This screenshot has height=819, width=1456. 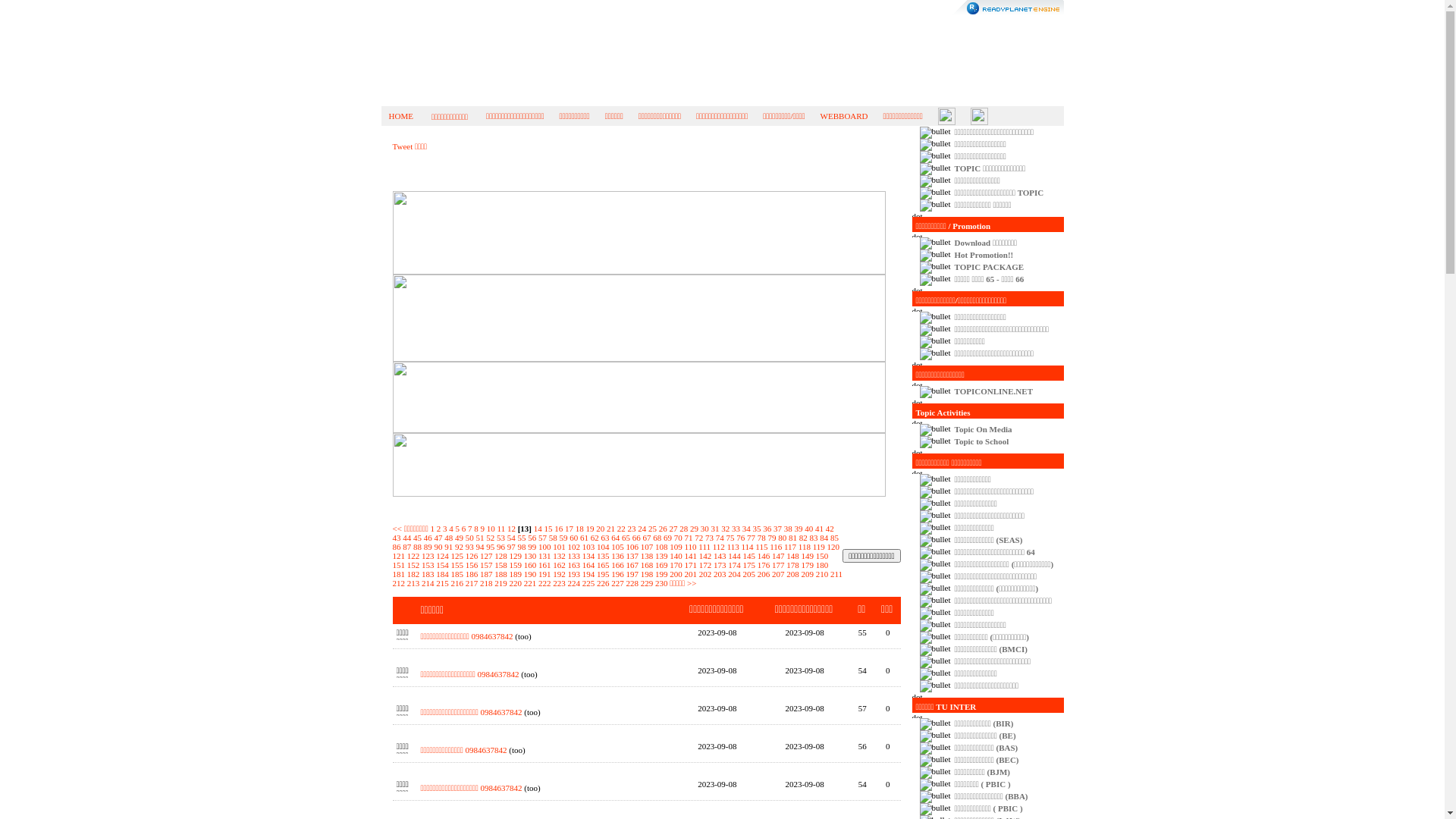 I want to click on '190', so click(x=530, y=573).